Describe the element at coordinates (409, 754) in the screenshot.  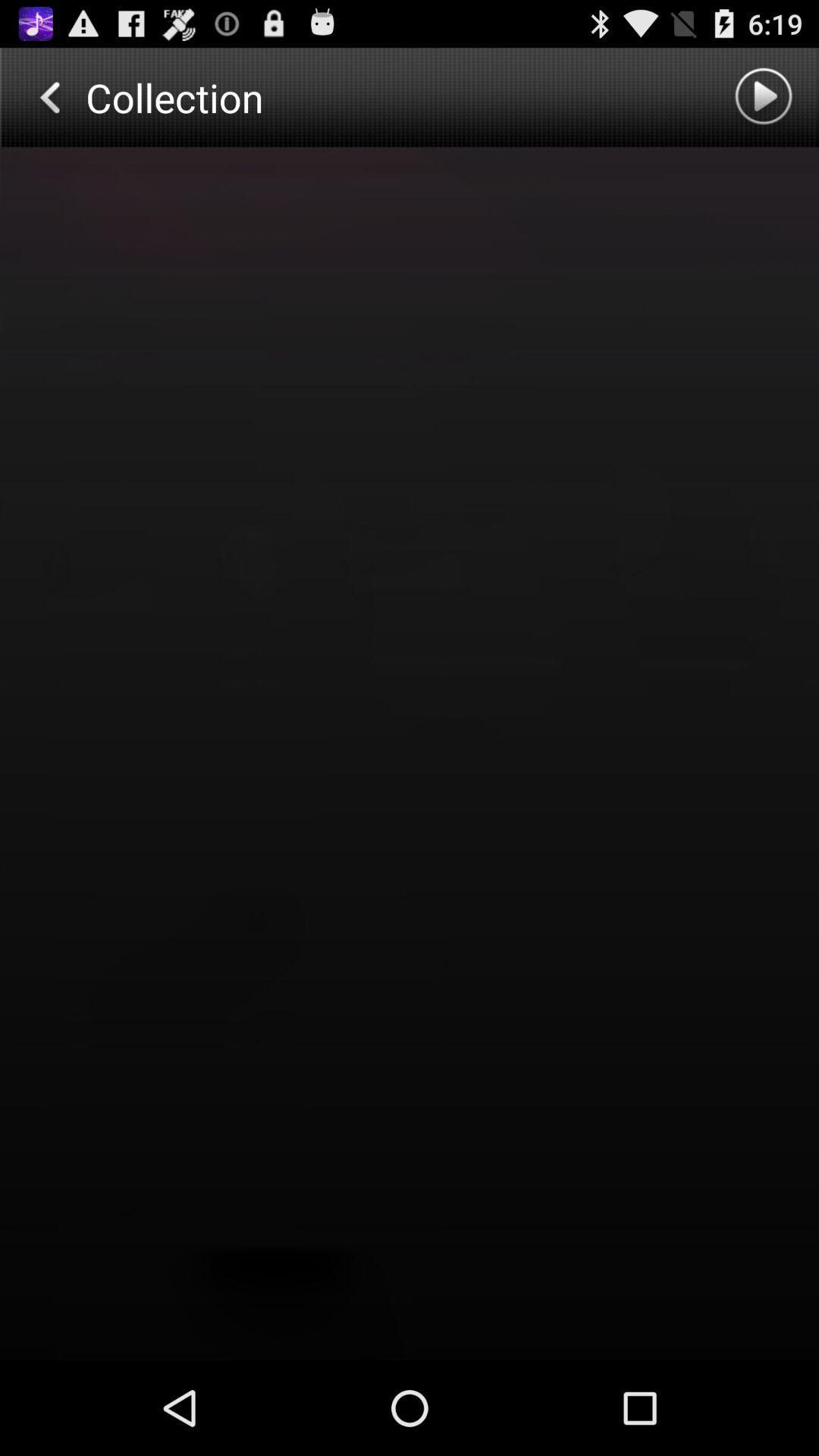
I see `item at the center` at that location.